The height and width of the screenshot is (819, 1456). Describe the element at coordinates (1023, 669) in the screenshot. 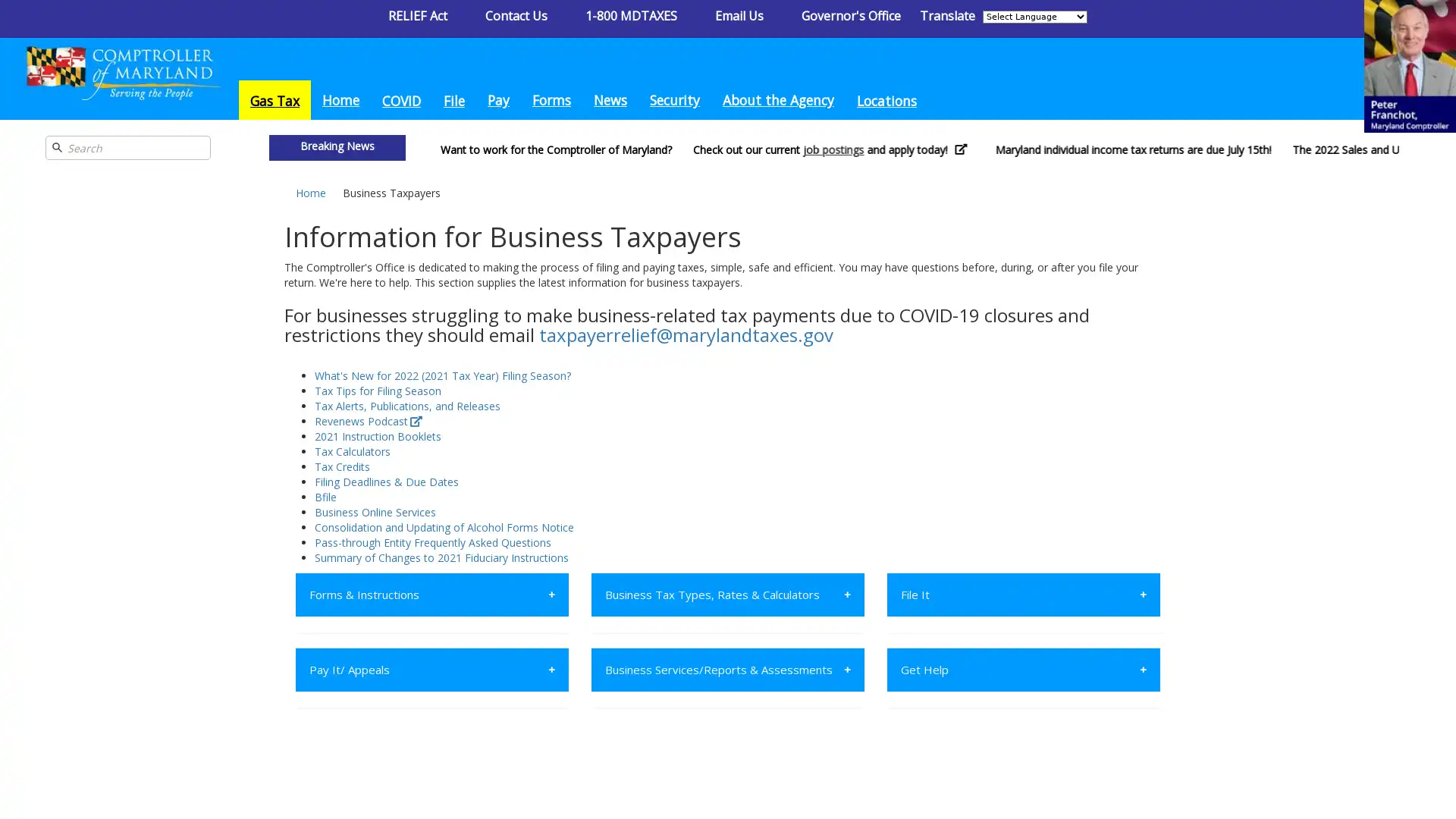

I see `Get Help +` at that location.